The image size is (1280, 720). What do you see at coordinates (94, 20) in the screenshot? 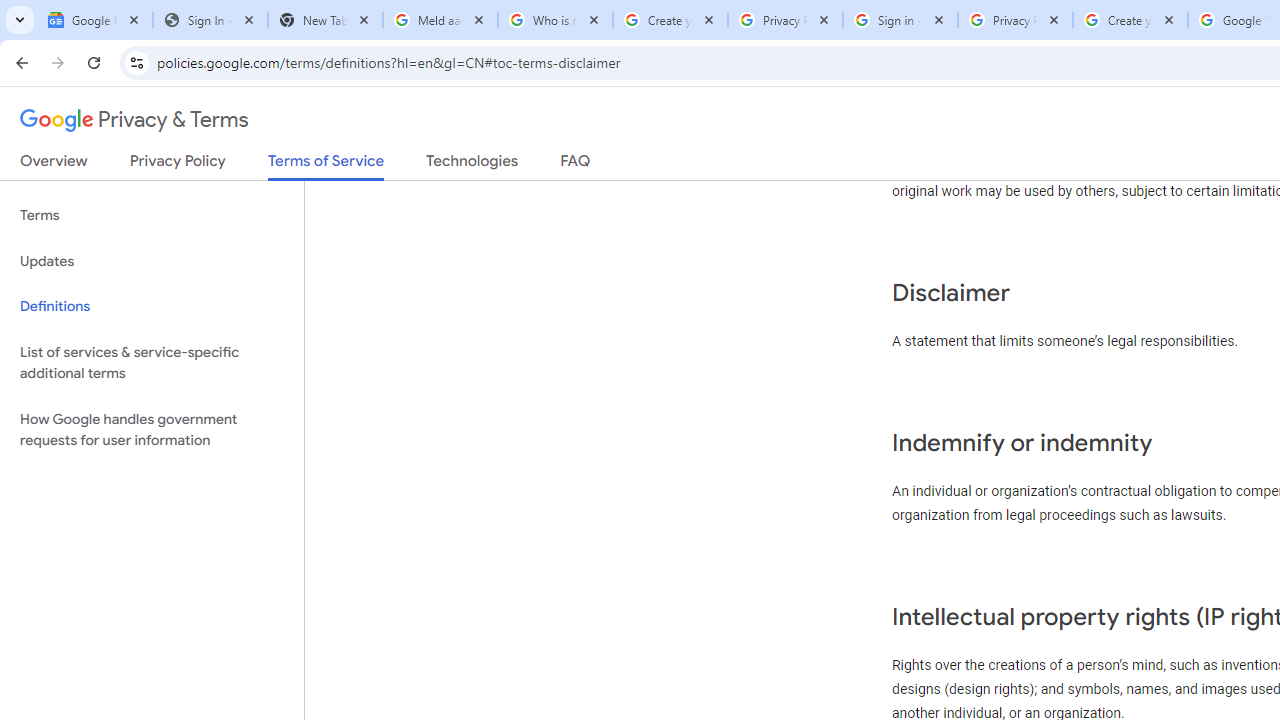
I see `'Google News'` at bounding box center [94, 20].